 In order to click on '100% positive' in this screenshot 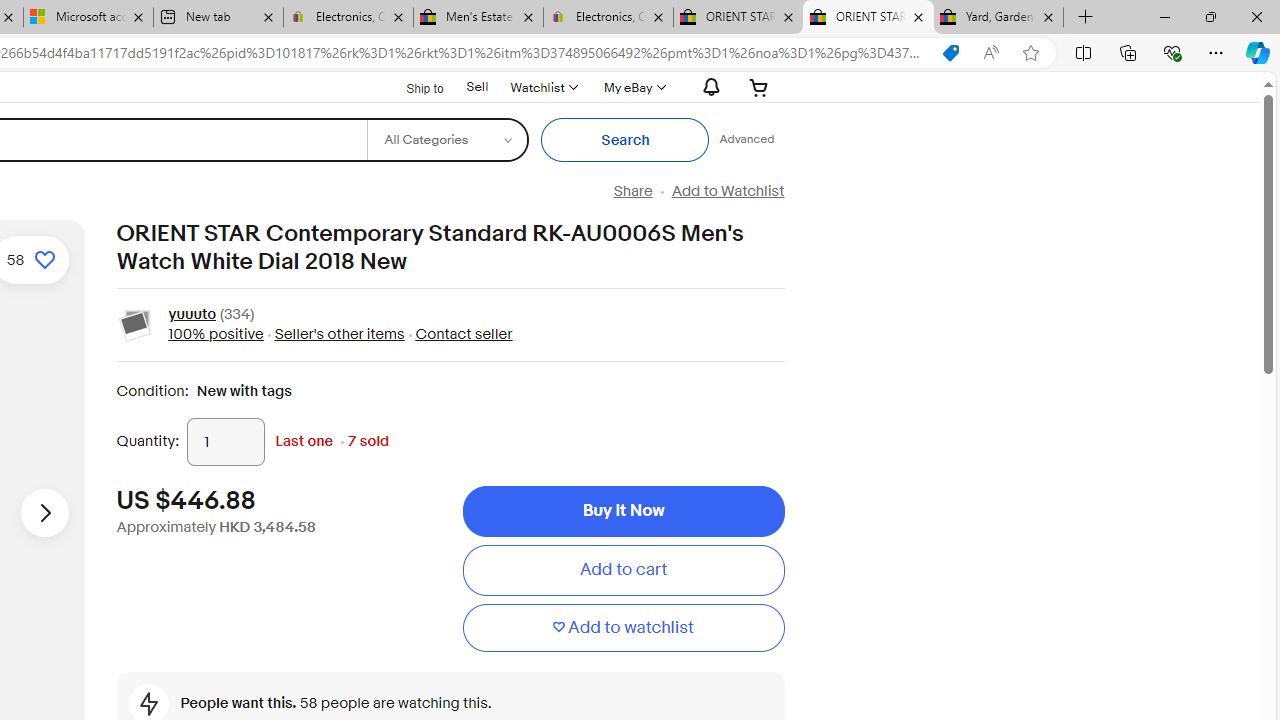, I will do `click(215, 333)`.